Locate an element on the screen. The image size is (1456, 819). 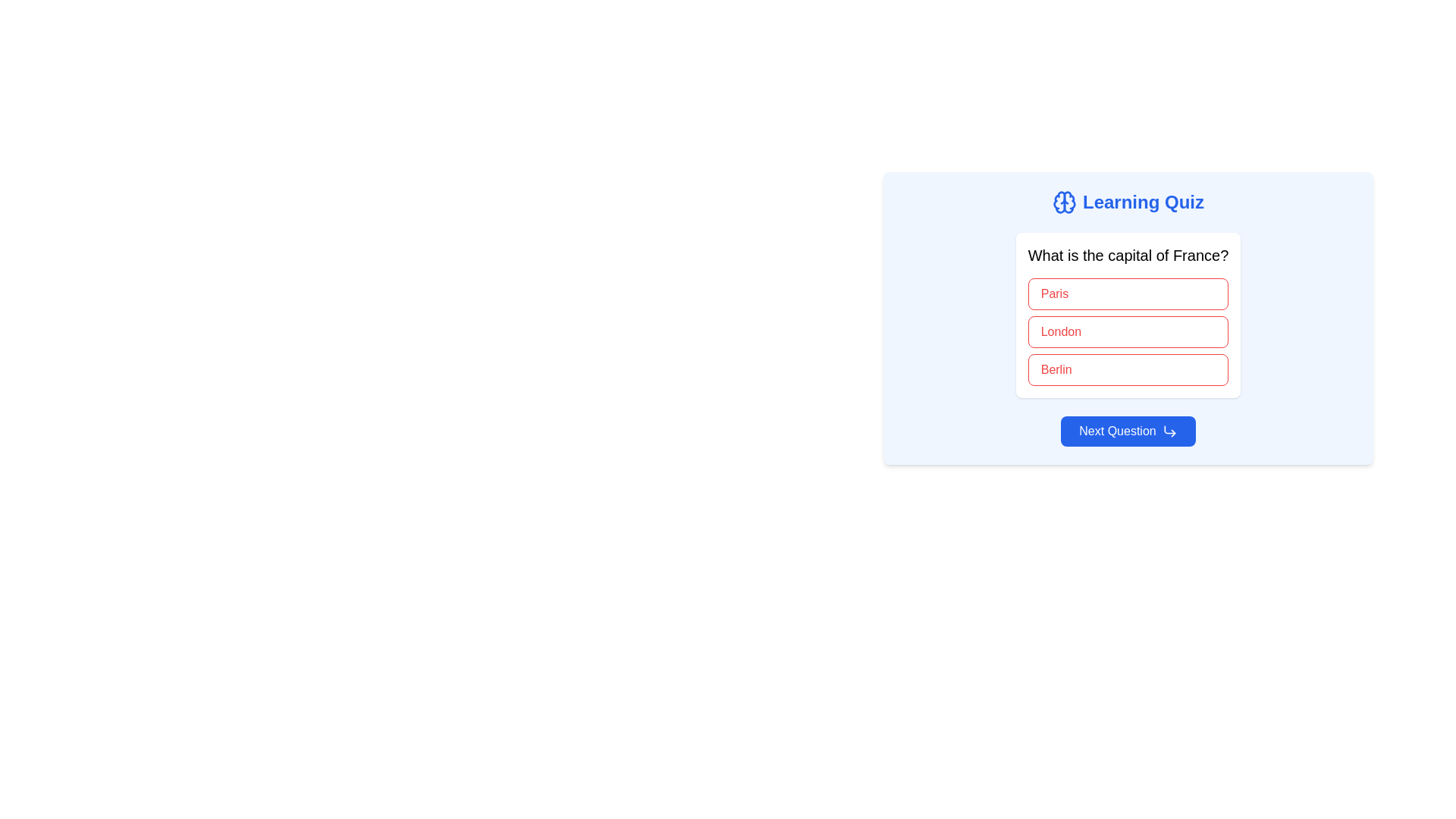
the button that selects 'London' in the quiz interface, located beneath 'Paris' and above 'Berlin', to change its background color is located at coordinates (1128, 331).